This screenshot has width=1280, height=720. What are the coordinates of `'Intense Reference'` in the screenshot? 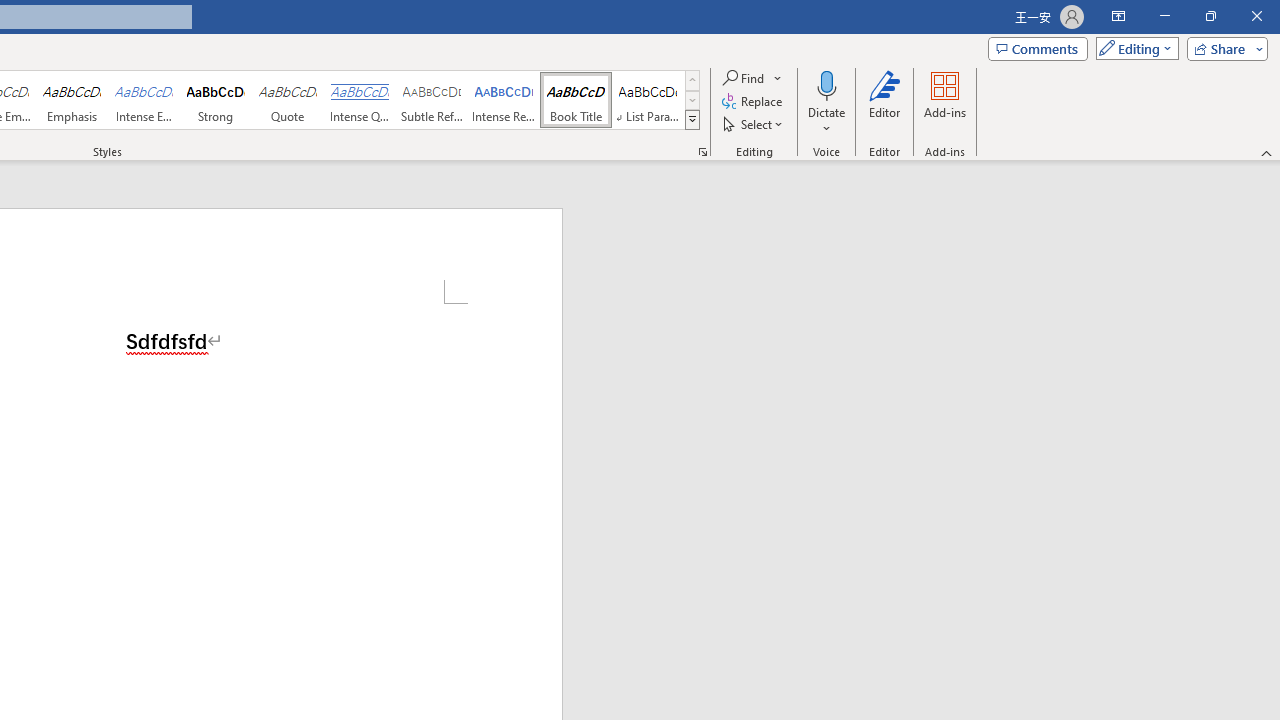 It's located at (504, 100).